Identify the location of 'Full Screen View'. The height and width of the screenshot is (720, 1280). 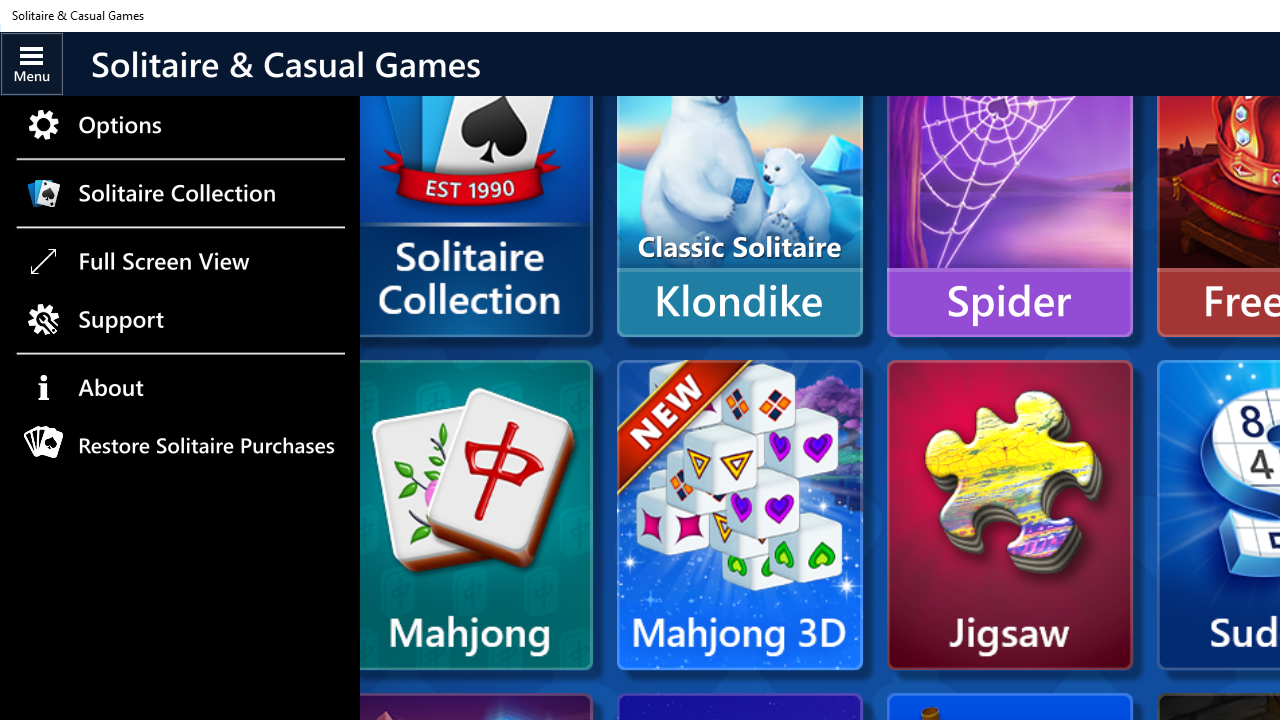
(179, 260).